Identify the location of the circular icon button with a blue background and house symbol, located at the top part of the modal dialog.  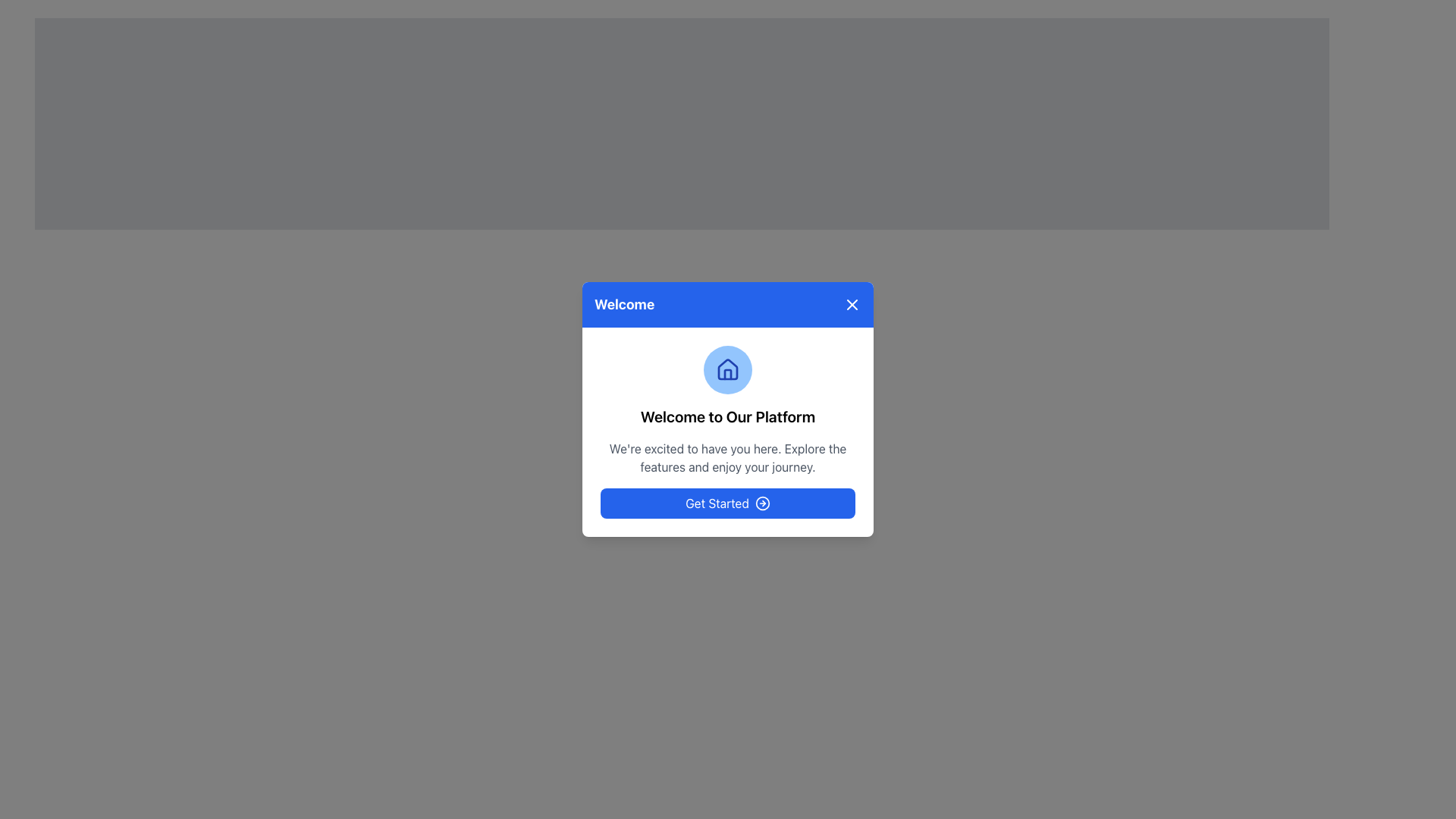
(728, 370).